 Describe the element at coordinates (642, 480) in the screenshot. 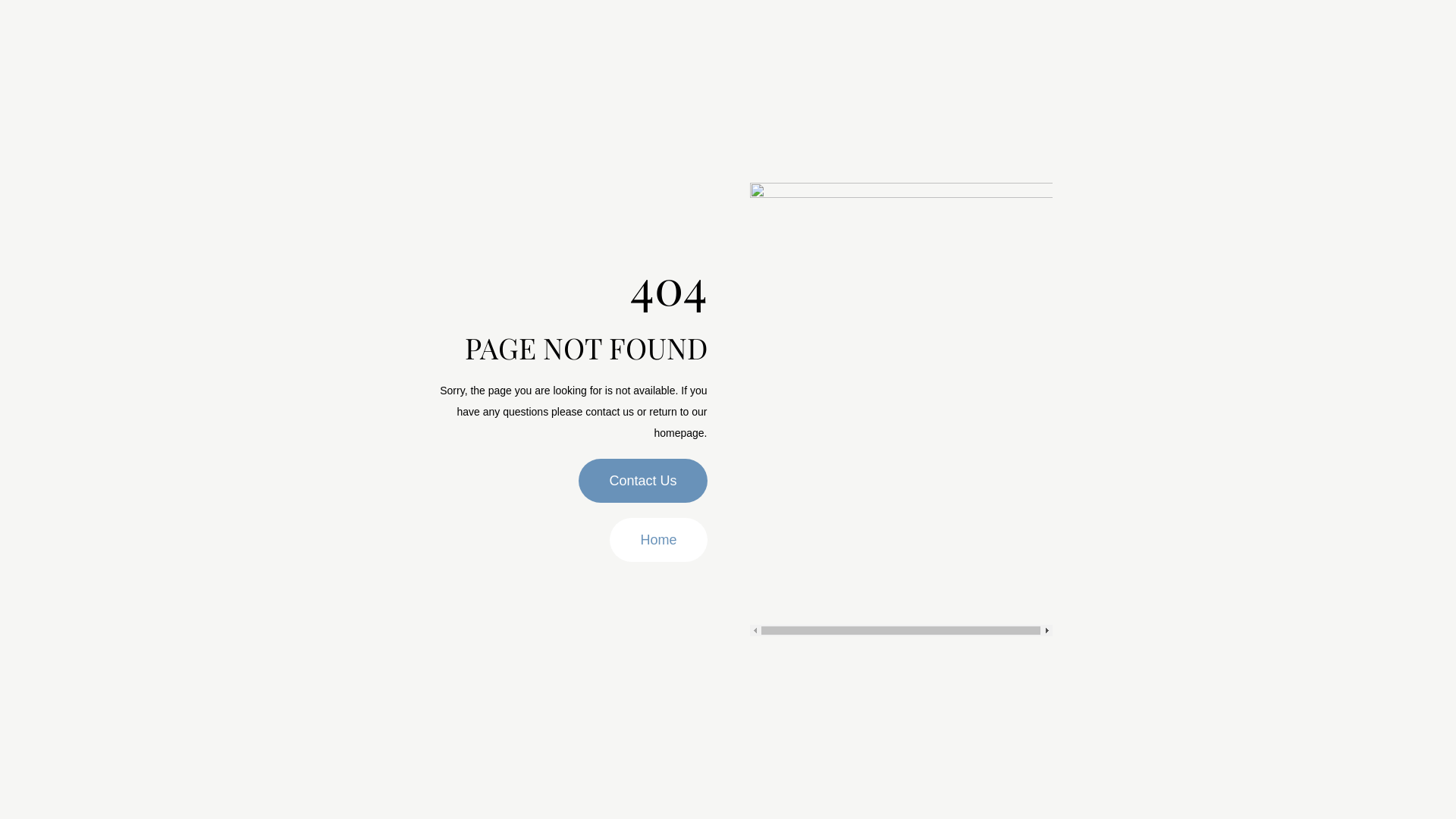

I see `'Contact Us'` at that location.